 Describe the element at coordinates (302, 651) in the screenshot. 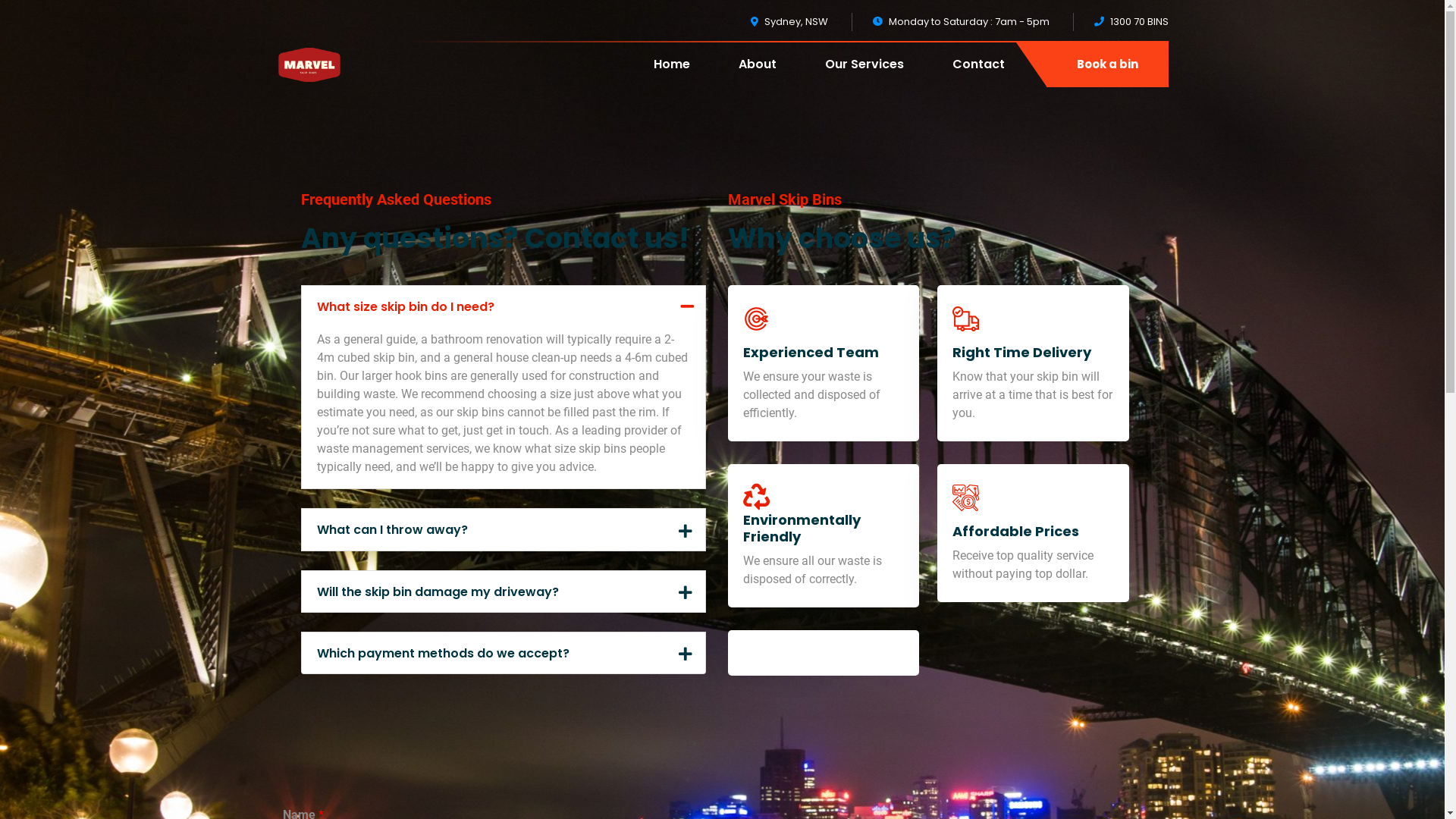

I see `'Which payment methods do we accept?'` at that location.